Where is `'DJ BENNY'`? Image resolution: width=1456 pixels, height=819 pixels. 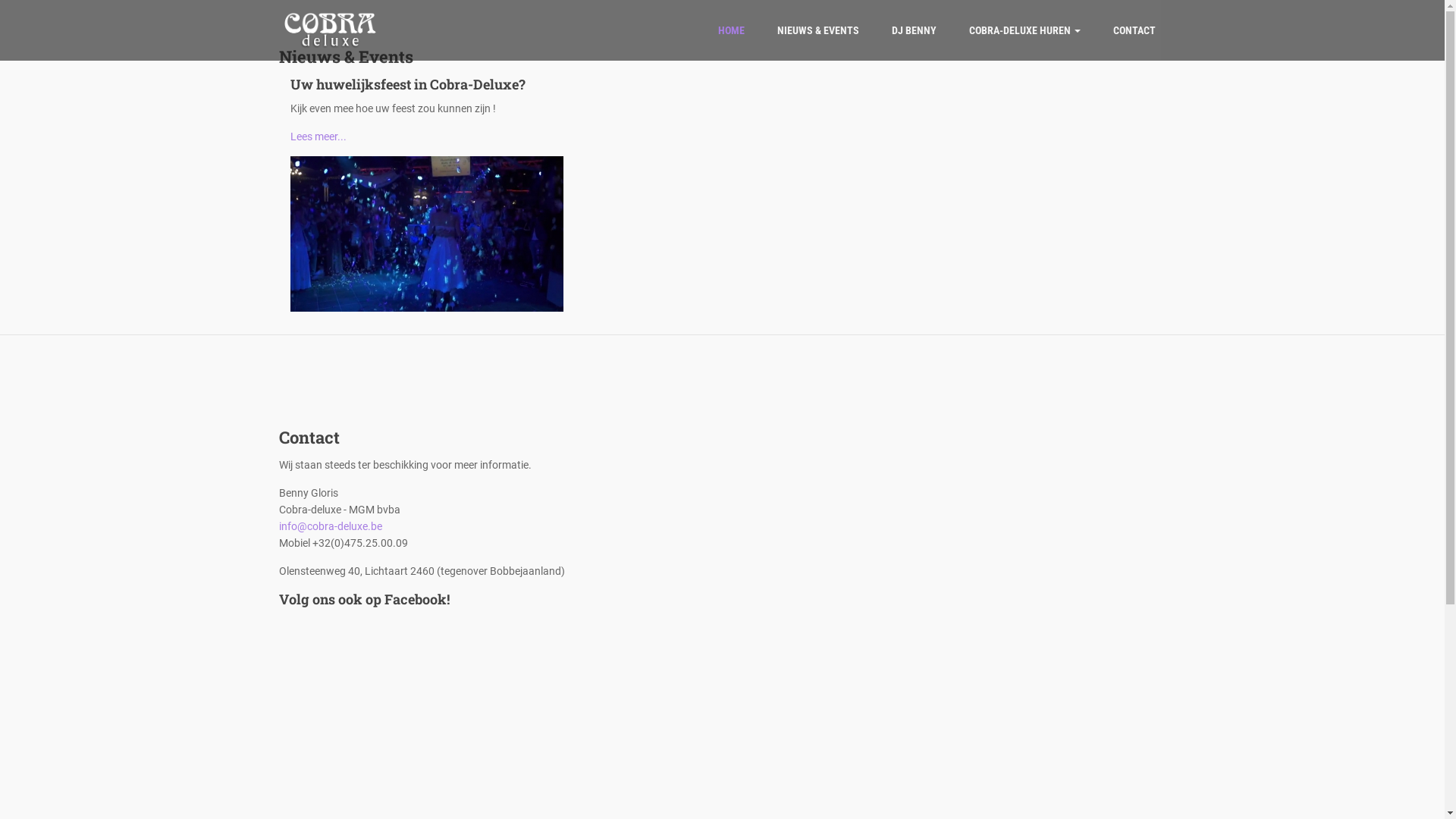
'DJ BENNY' is located at coordinates (913, 30).